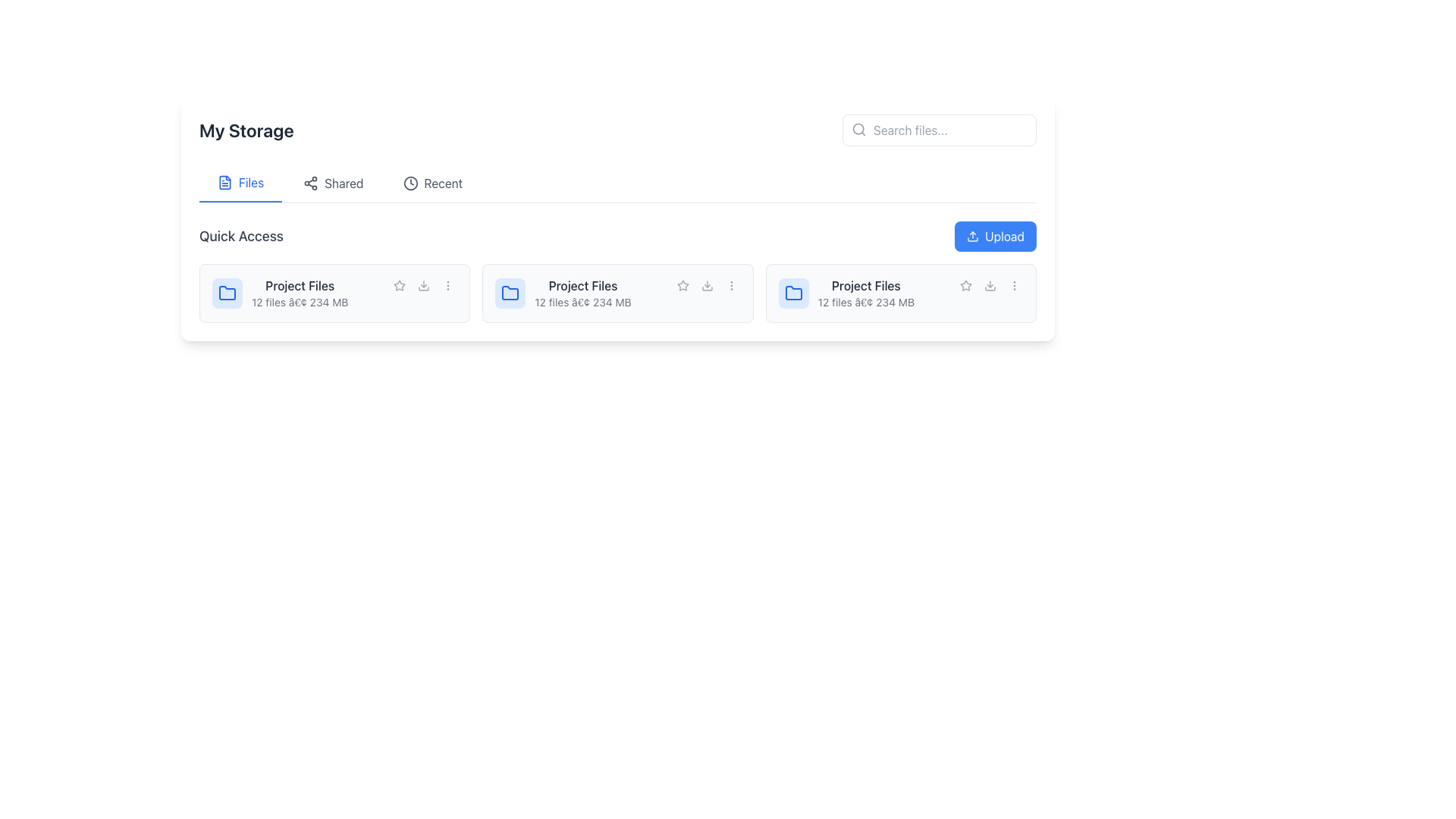 The height and width of the screenshot is (819, 1456). What do you see at coordinates (996, 237) in the screenshot?
I see `the file upload button located in the top-right corner of the 'Quick Access' section` at bounding box center [996, 237].